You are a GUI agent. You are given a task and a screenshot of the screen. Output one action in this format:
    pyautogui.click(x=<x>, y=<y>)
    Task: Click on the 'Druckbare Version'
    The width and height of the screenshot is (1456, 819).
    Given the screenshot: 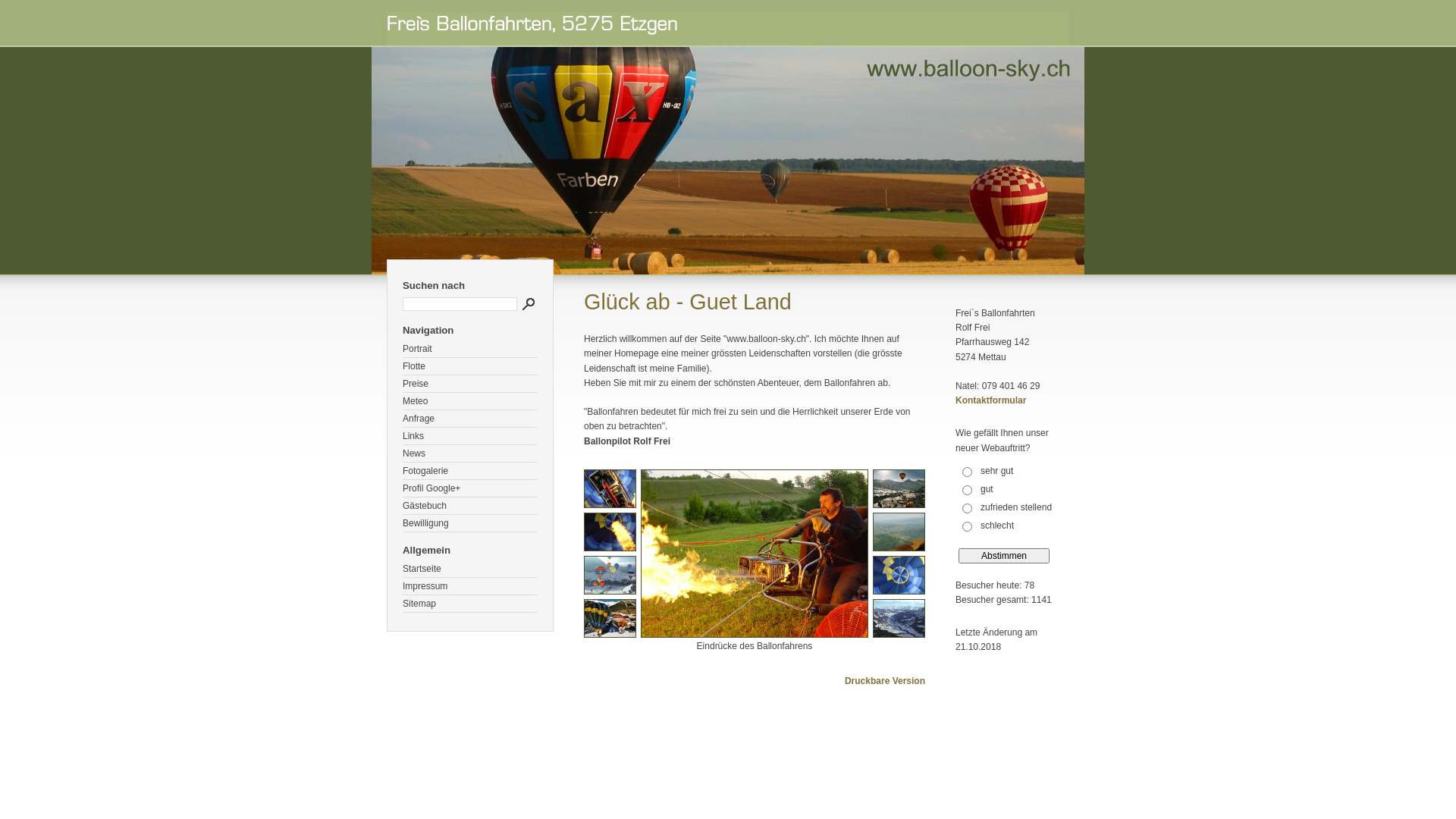 What is the action you would take?
    pyautogui.click(x=884, y=680)
    